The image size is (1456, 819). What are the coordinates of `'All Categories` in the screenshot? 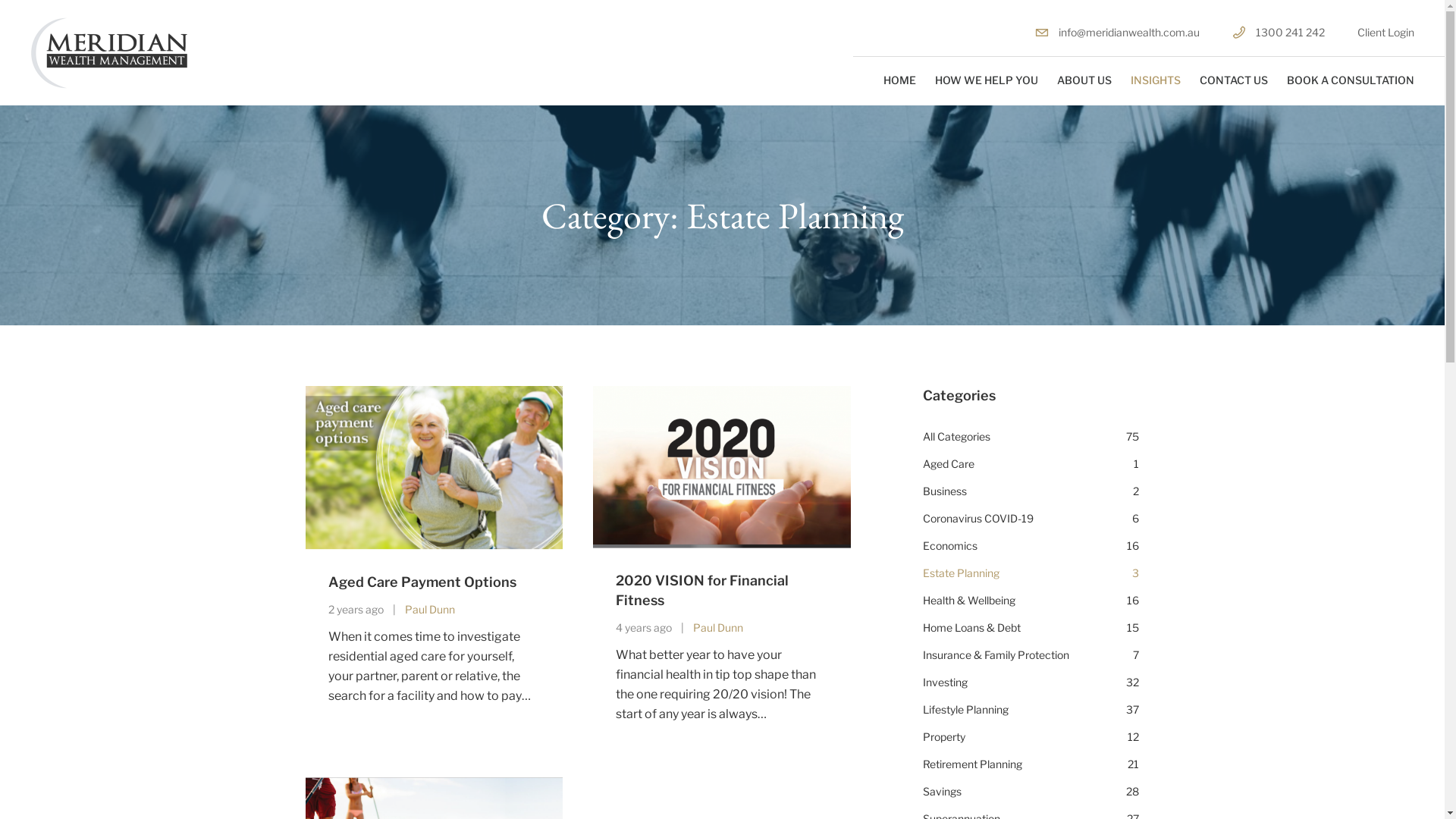 It's located at (922, 436).